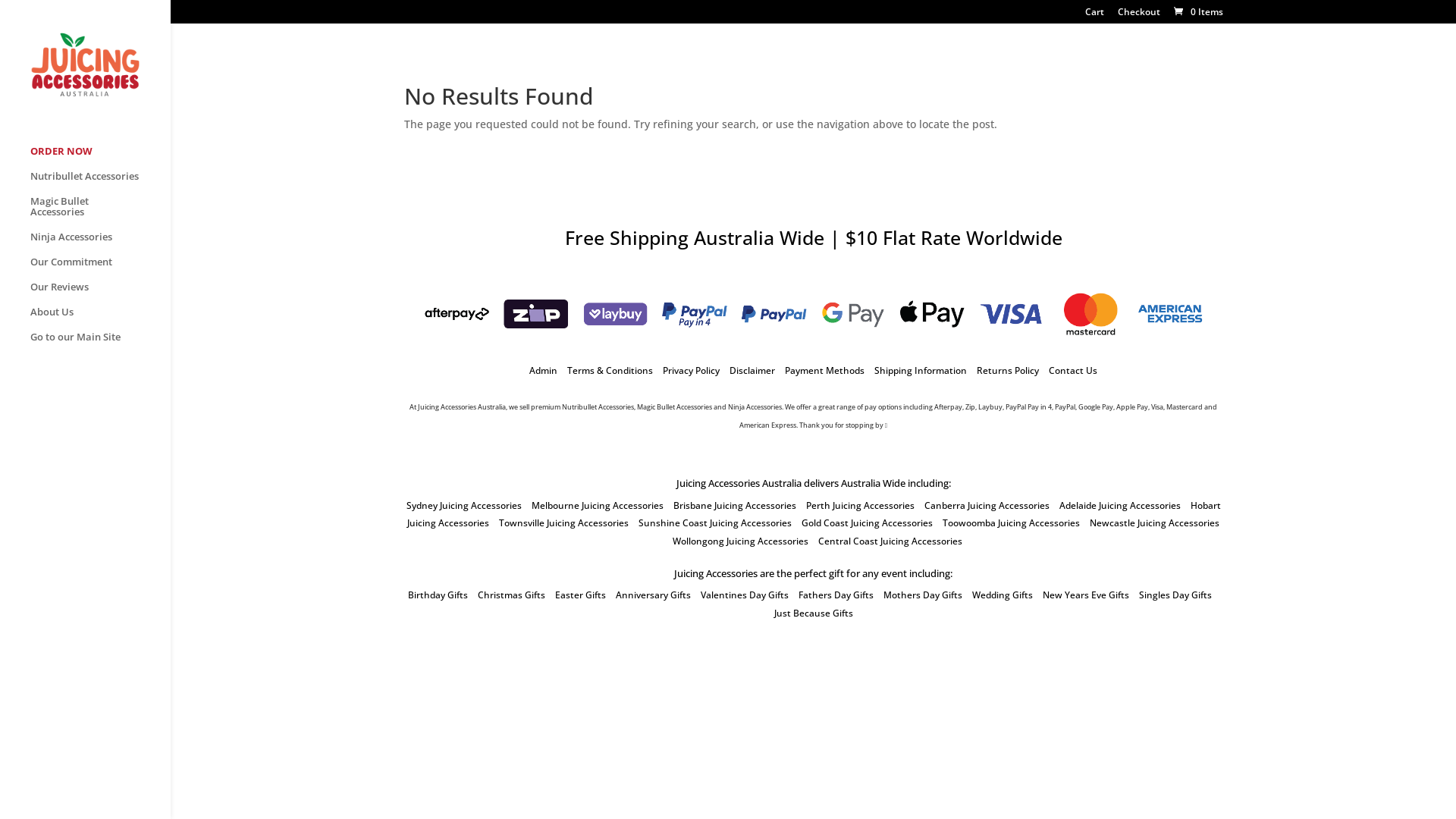 The width and height of the screenshot is (1456, 819). Describe the element at coordinates (1084, 594) in the screenshot. I see `'New Years Eve Gifts'` at that location.